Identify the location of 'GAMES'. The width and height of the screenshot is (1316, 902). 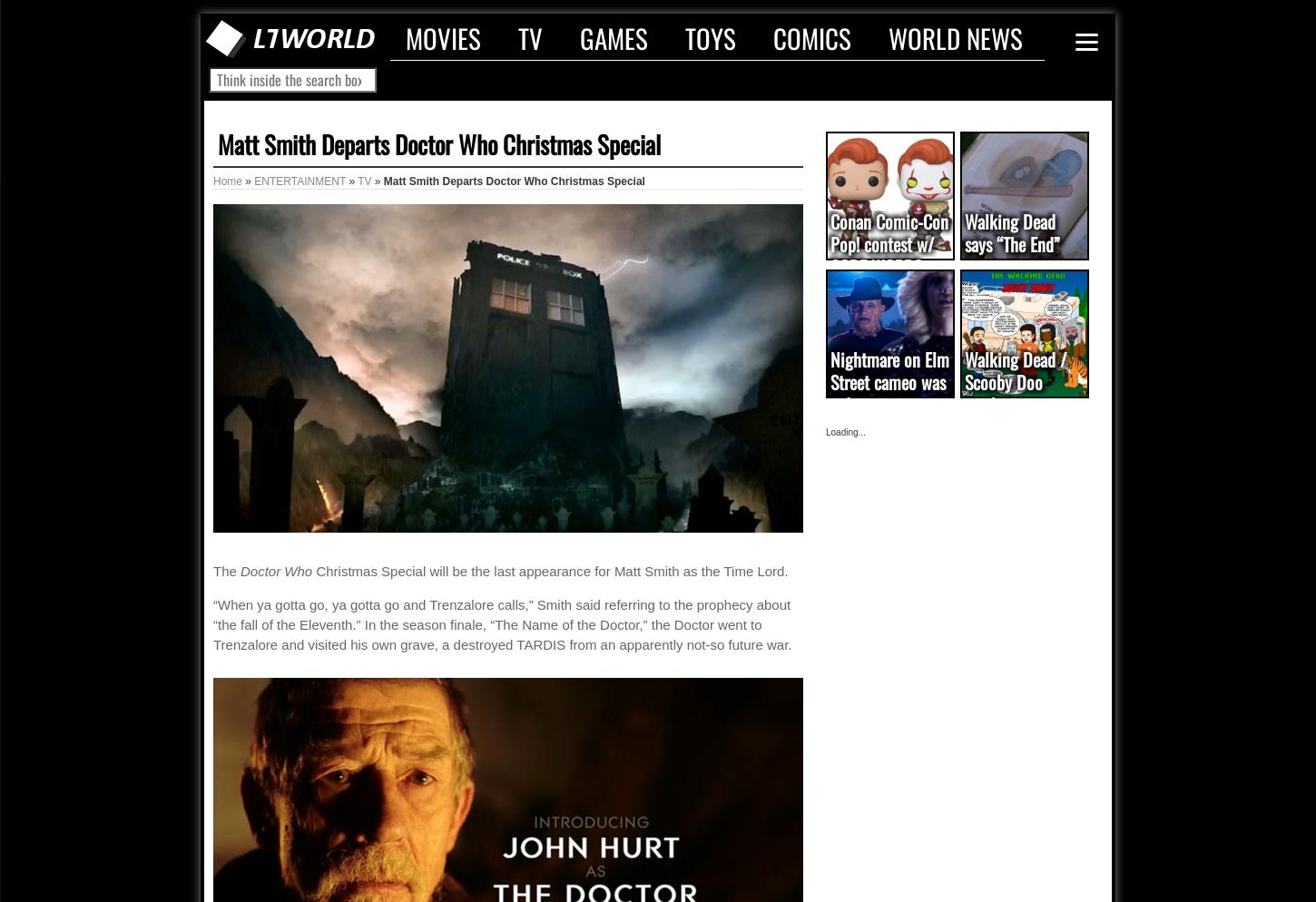
(613, 36).